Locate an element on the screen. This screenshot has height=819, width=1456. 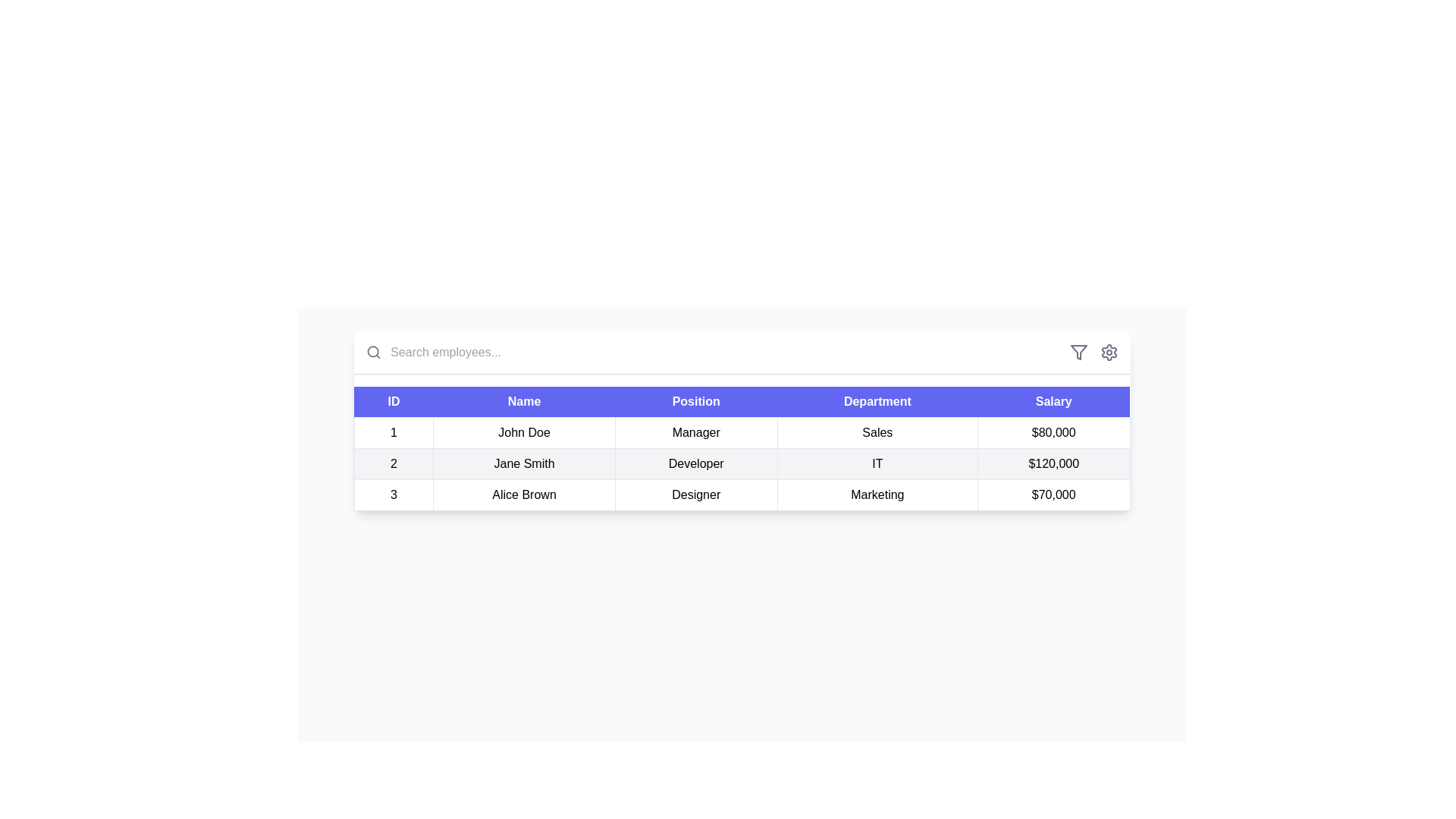
the table cell indicating the job position 'Designer' for the individual associated with 'Alice Brown' in the third row and third column under the 'Position' header is located at coordinates (695, 494).